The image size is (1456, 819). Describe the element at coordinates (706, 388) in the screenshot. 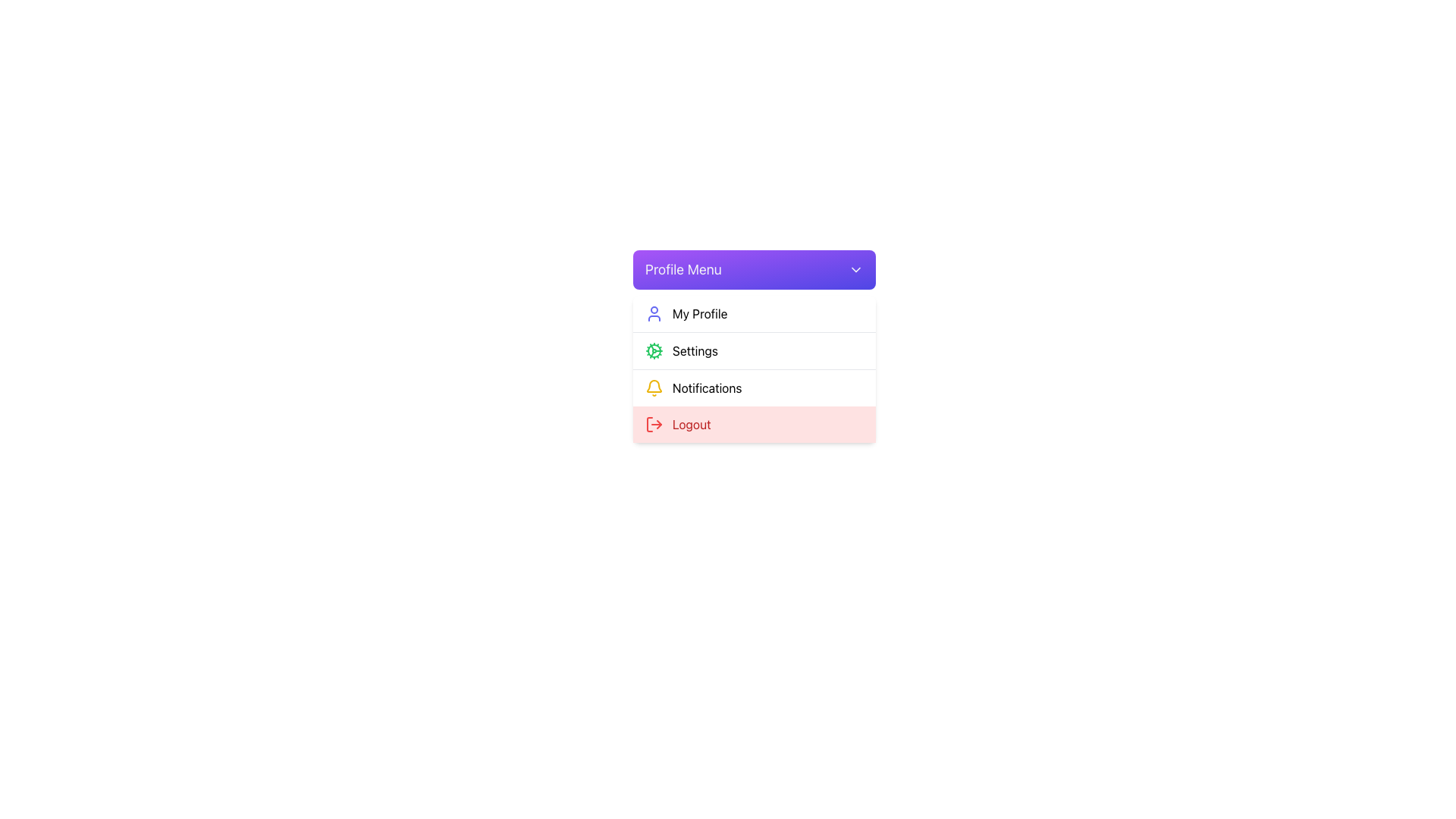

I see `the Text Label for notifications located in the dropdown menu under the 'Profile Menu' header, positioned next to the yellow bell icon` at that location.